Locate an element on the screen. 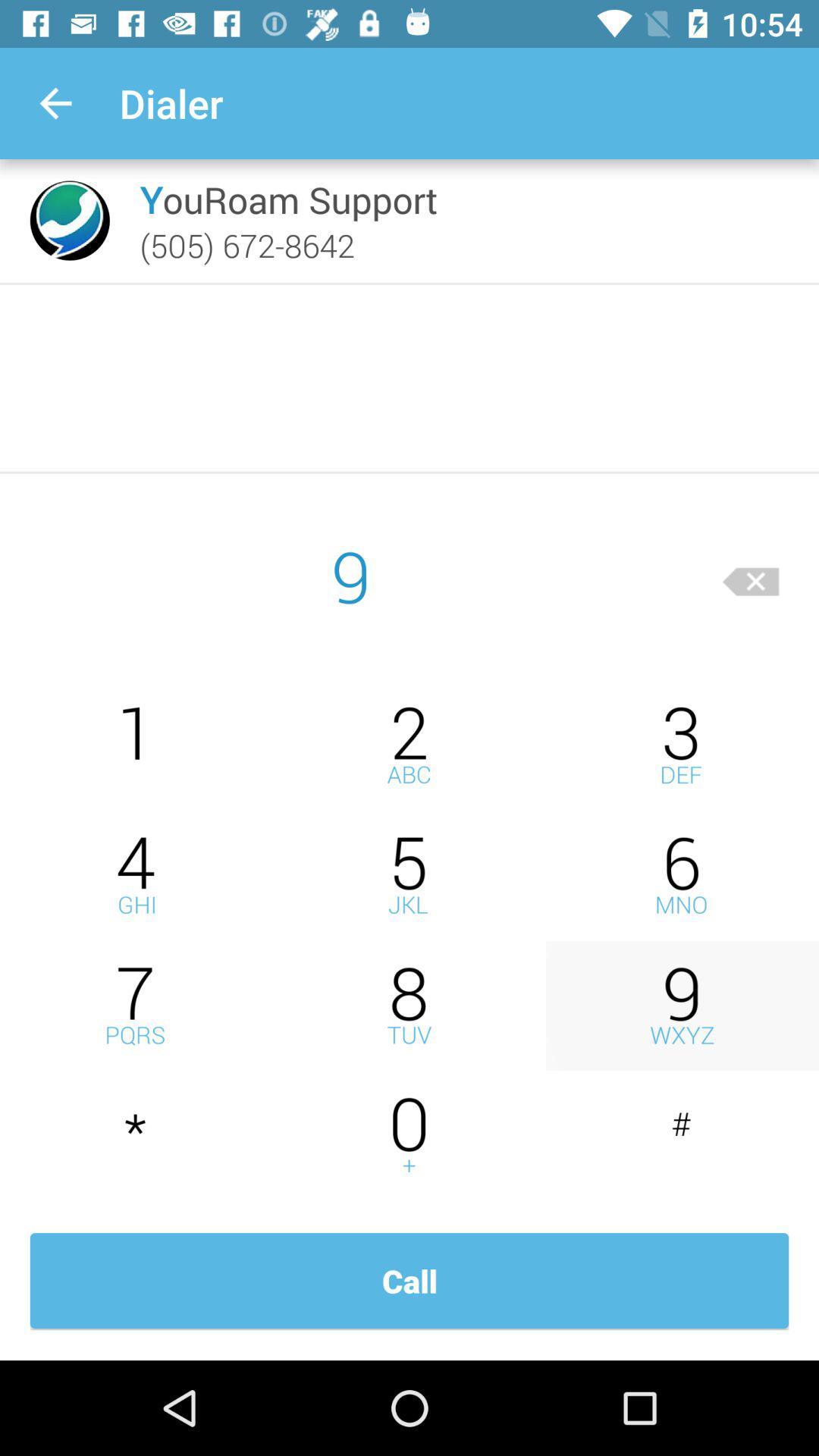  press five is located at coordinates (409, 875).